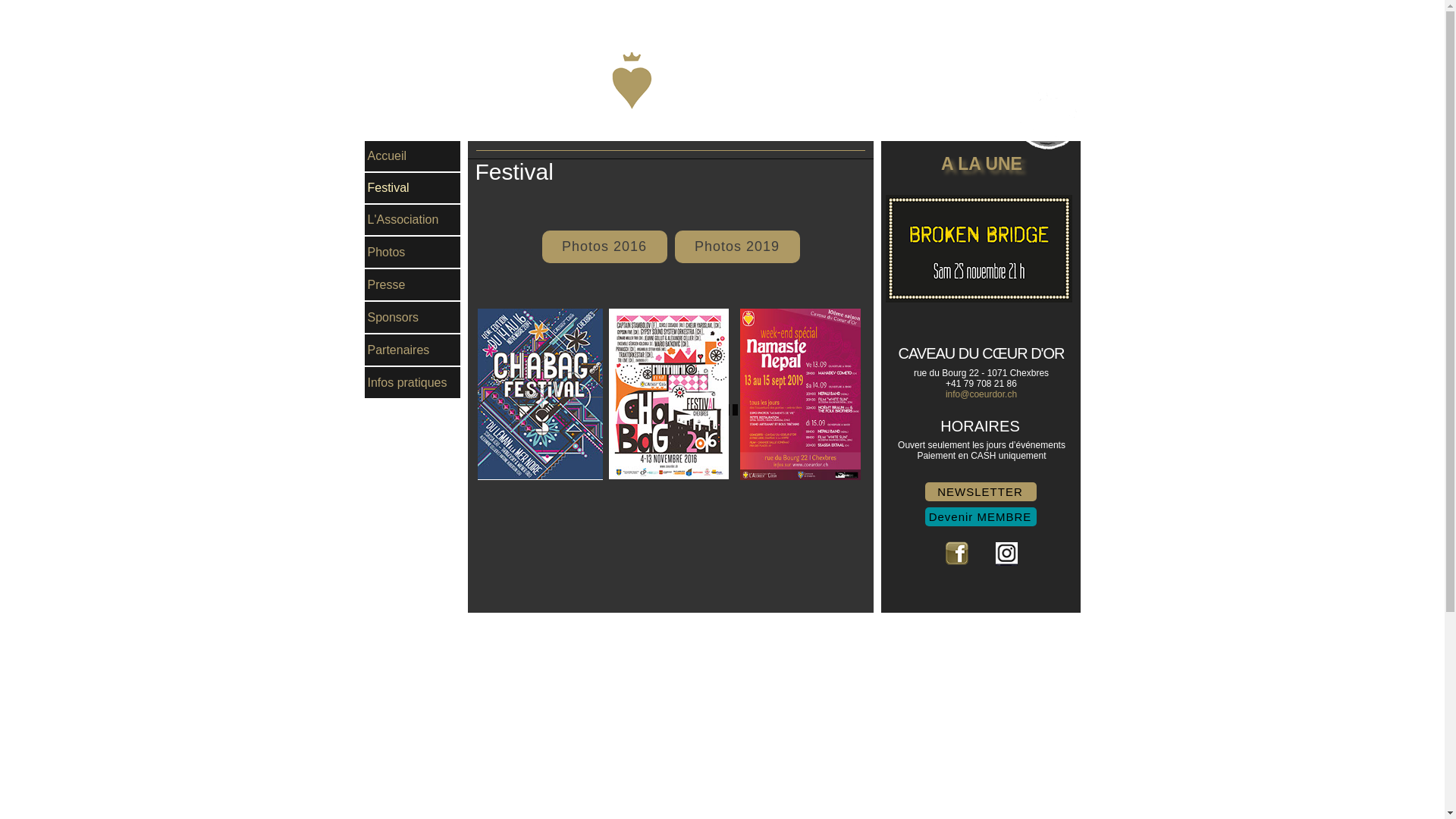 The height and width of the screenshot is (819, 1456). Describe the element at coordinates (411, 155) in the screenshot. I see `'Accueil'` at that location.